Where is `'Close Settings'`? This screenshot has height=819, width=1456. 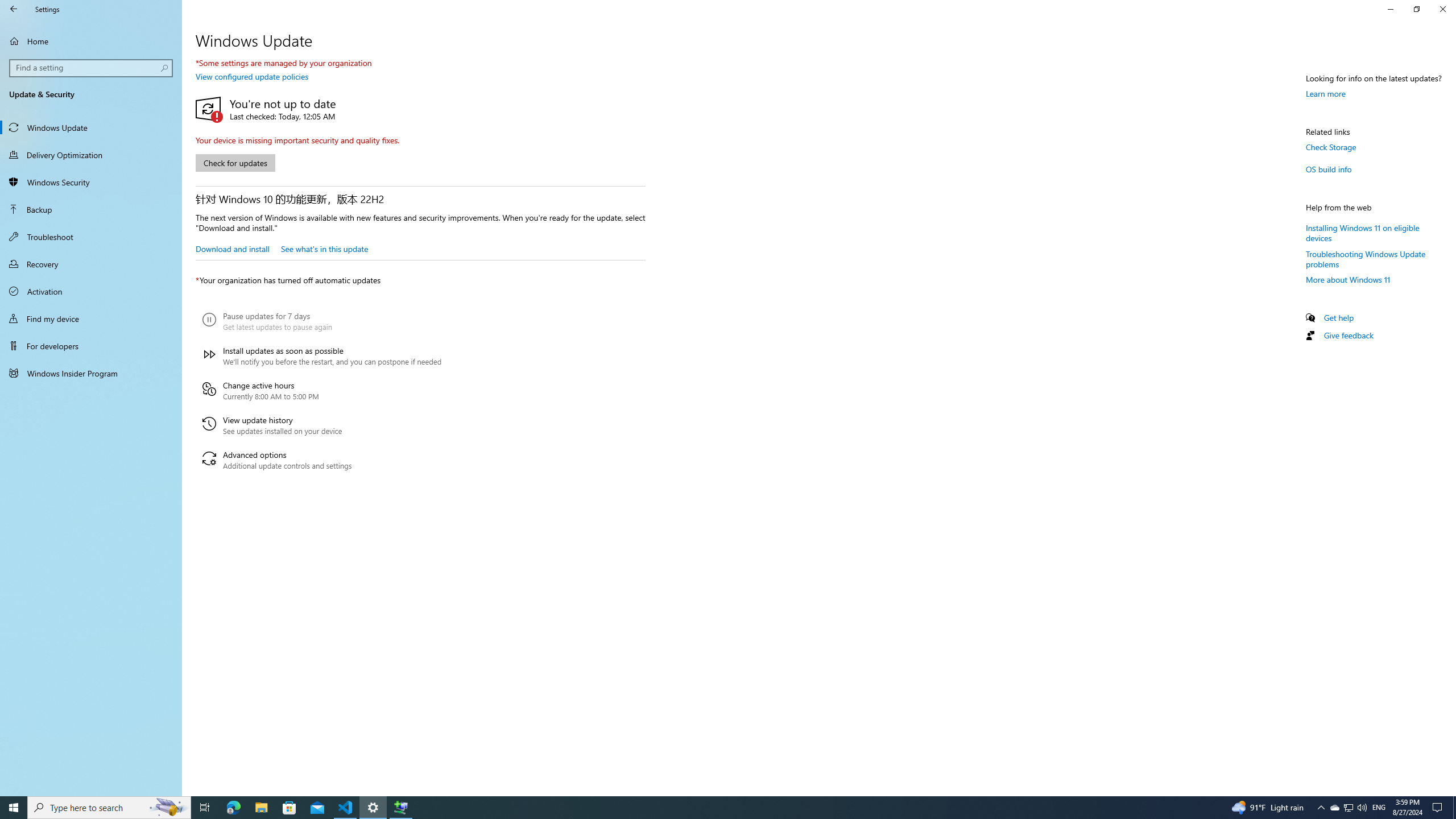
'Close Settings' is located at coordinates (1442, 9).